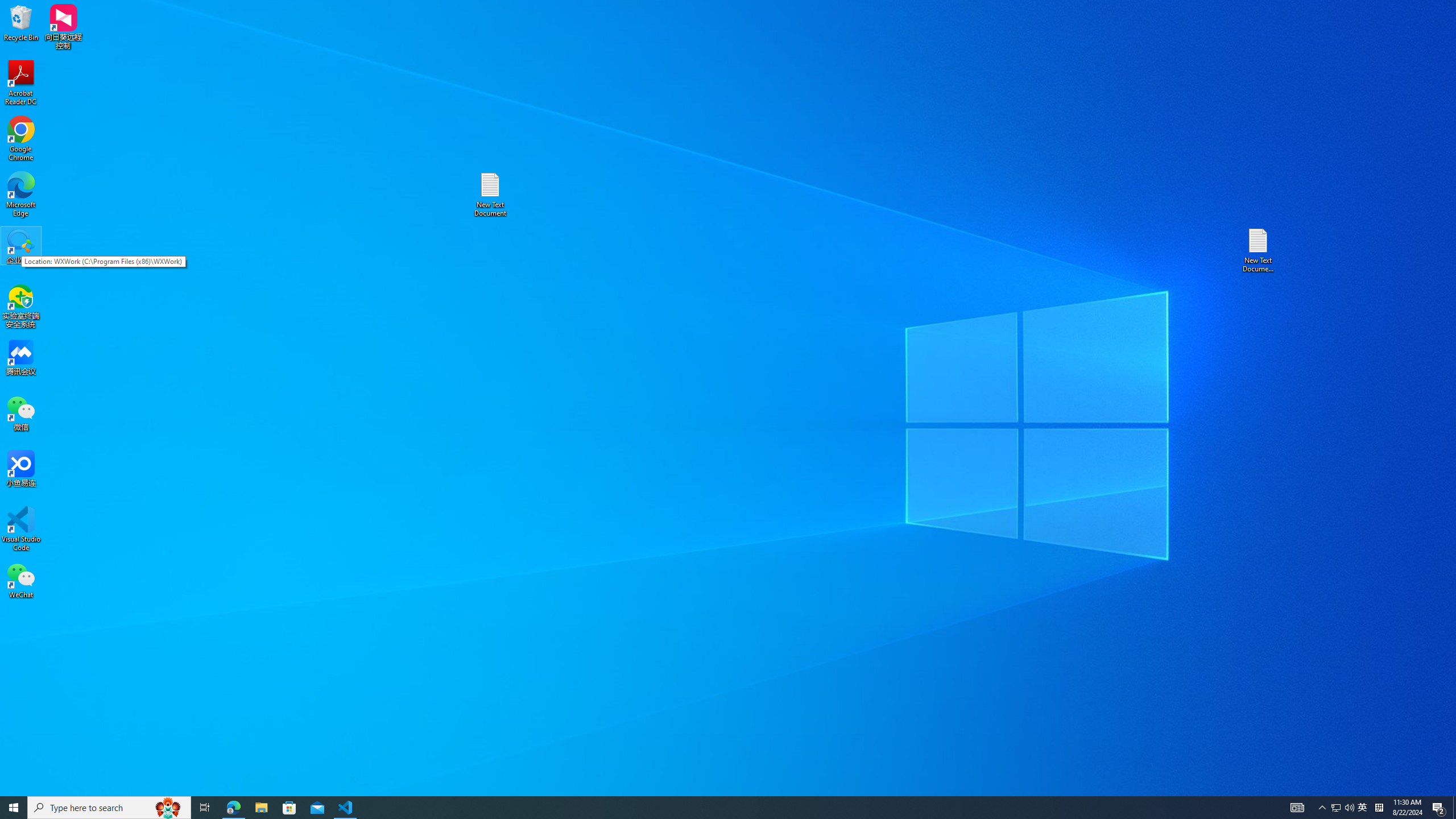 This screenshot has width=1456, height=819. I want to click on 'Notification Chevron', so click(1322, 806).